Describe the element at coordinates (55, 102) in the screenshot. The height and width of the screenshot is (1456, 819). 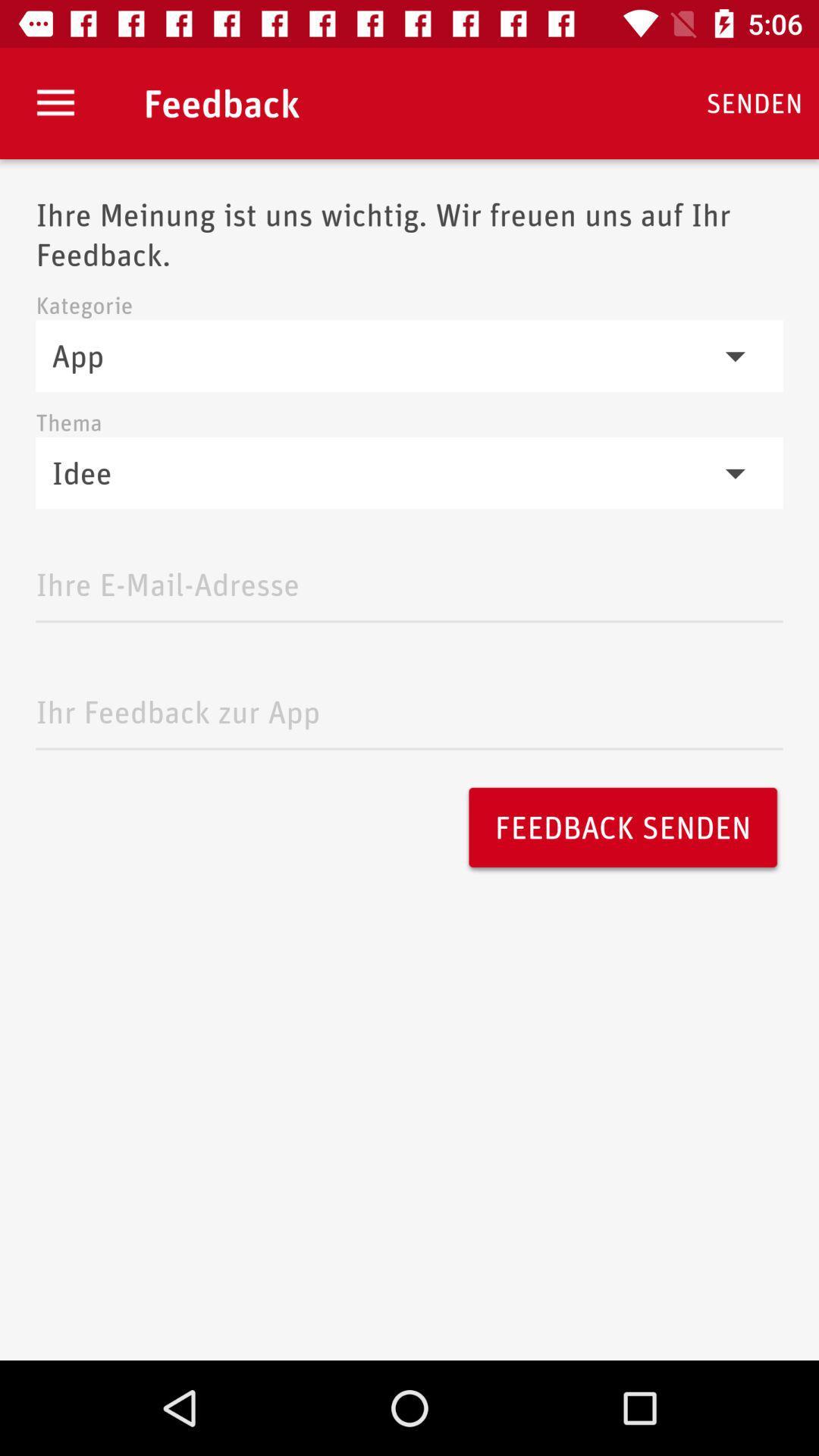
I see `the icon next to feedback icon` at that location.